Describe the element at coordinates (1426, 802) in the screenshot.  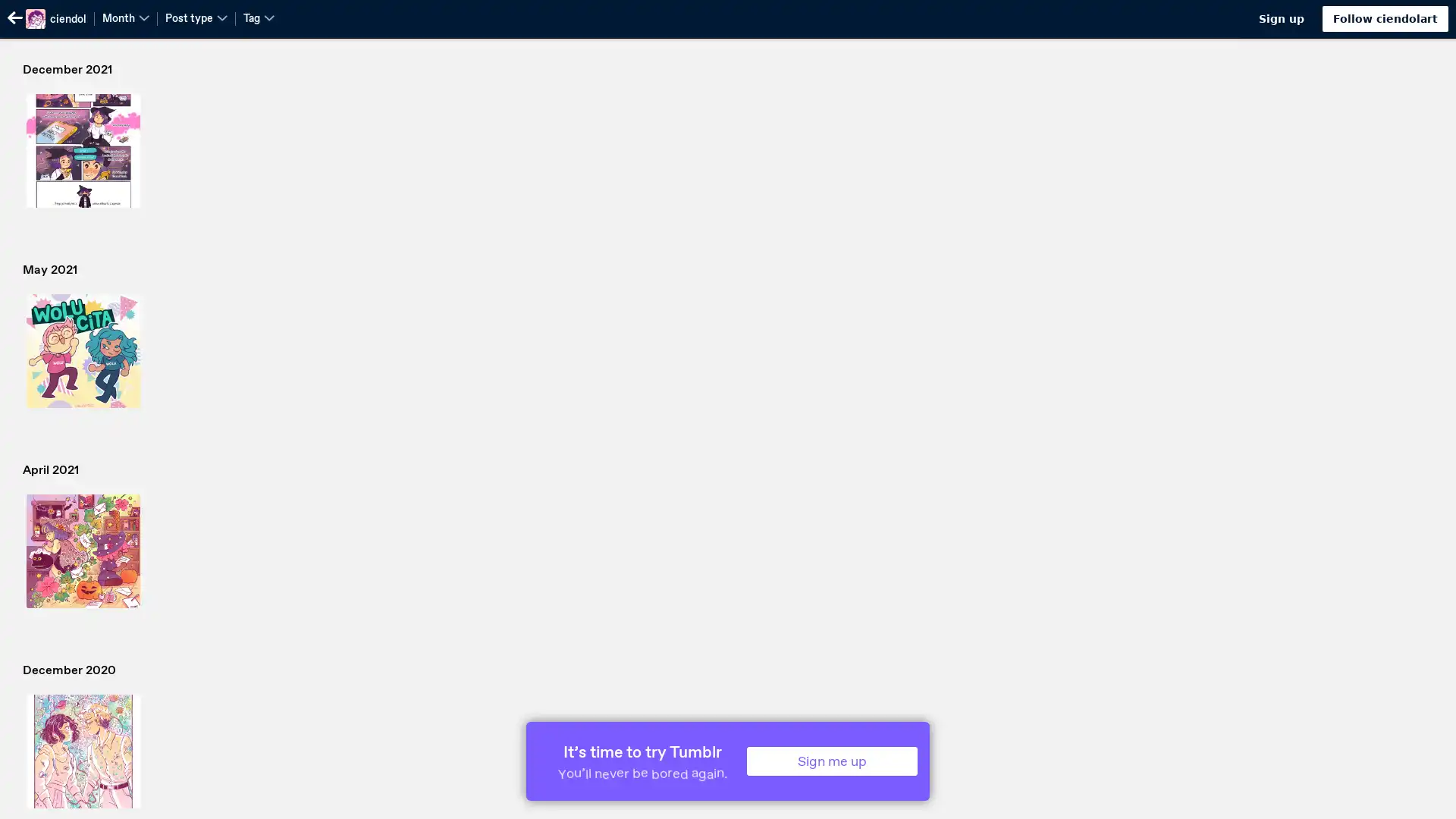
I see `Scroll to top` at that location.